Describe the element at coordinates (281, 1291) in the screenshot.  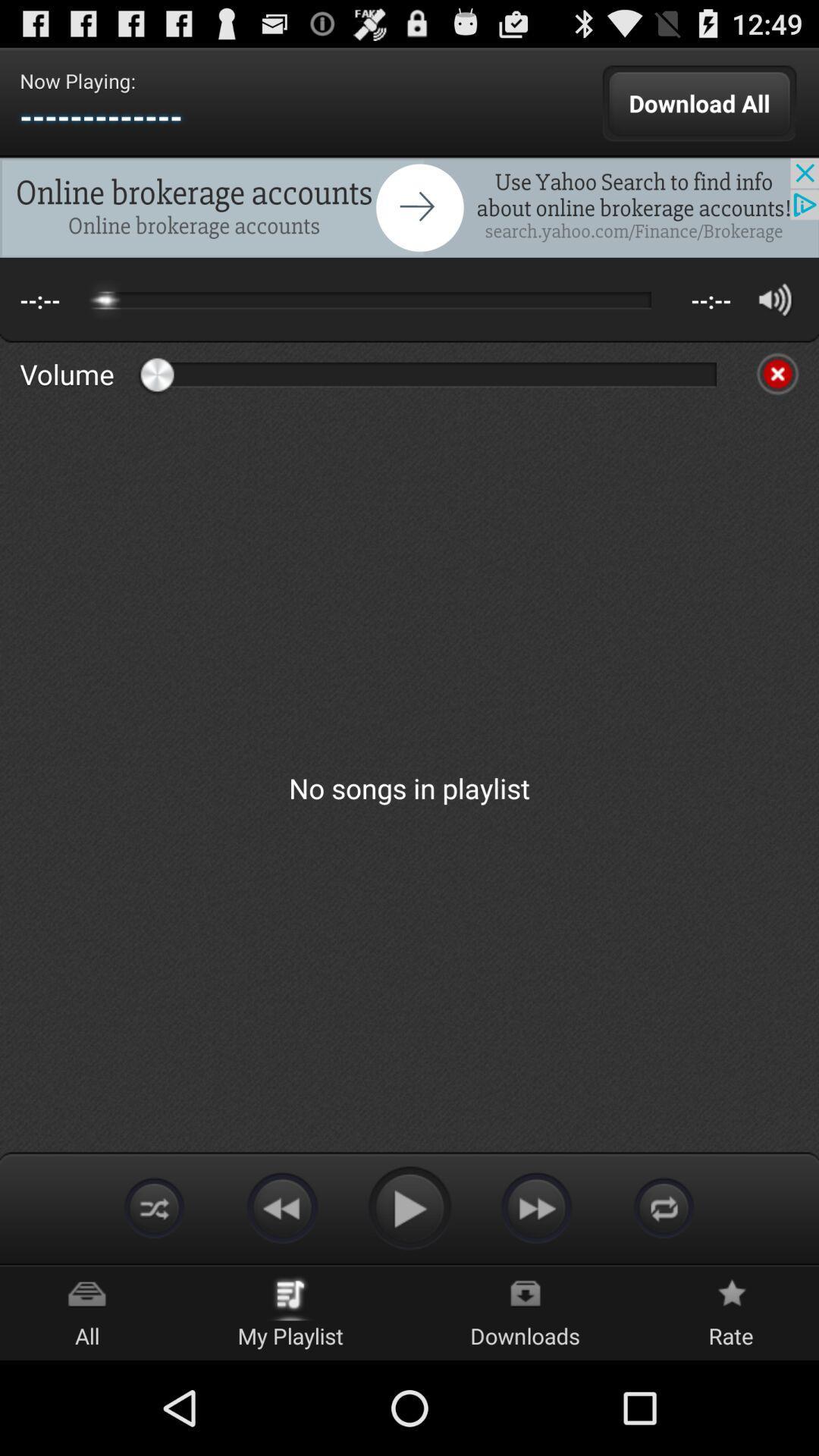
I see `the av_rewind icon` at that location.